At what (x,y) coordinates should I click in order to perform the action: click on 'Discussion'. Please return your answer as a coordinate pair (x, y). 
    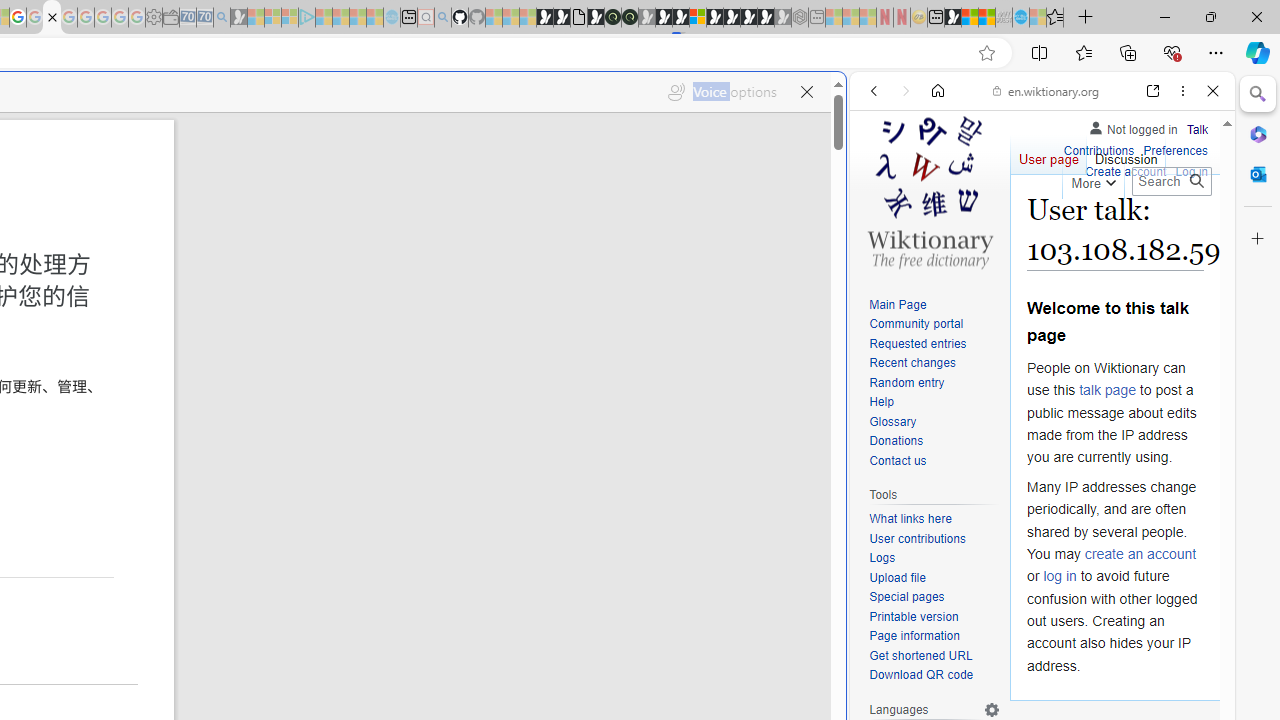
    Looking at the image, I should click on (1125, 154).